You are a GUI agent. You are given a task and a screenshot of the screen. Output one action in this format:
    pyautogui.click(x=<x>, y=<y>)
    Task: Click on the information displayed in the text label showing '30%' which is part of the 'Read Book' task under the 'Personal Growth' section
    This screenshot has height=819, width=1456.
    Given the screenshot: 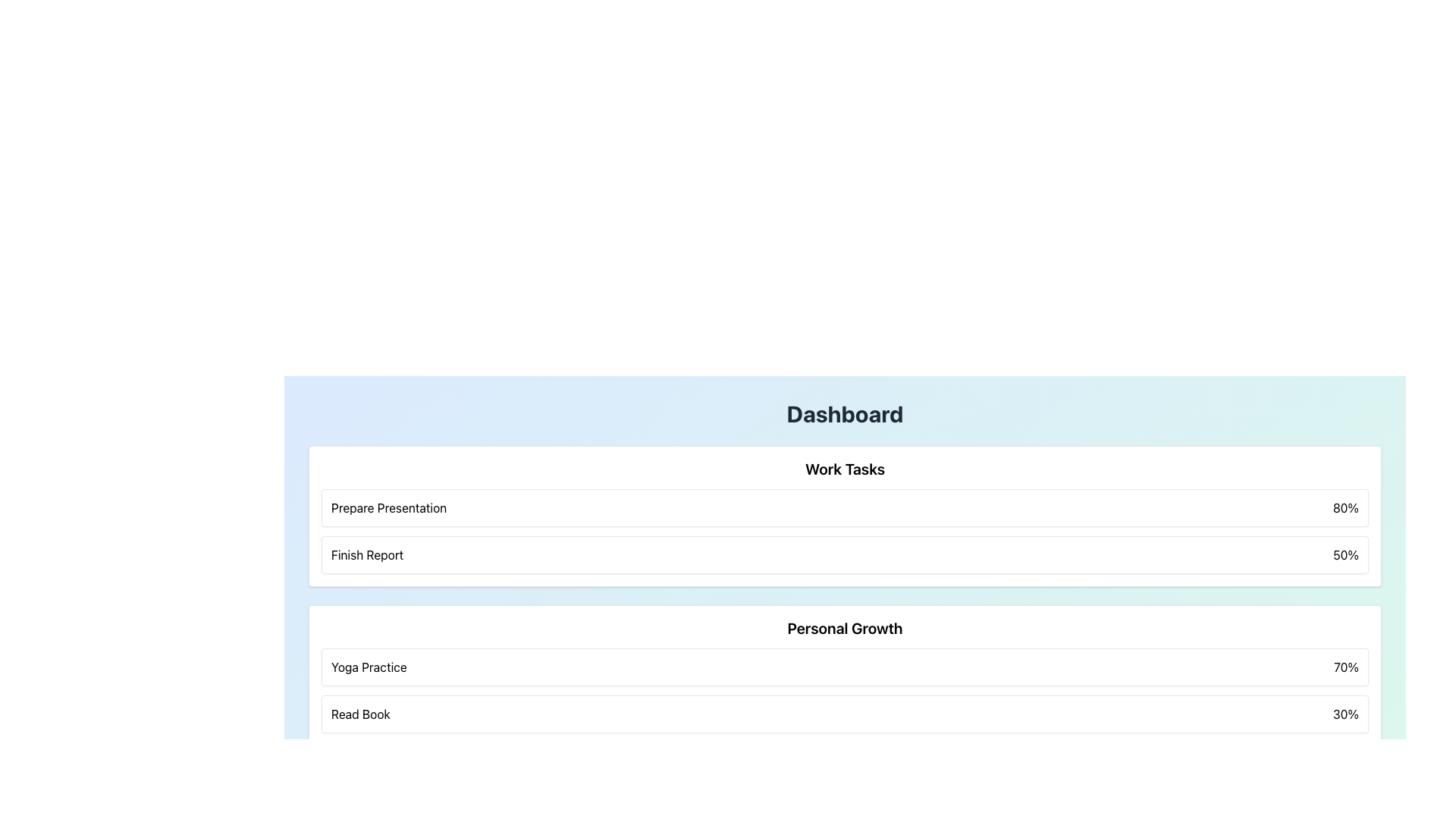 What is the action you would take?
    pyautogui.click(x=1346, y=714)
    